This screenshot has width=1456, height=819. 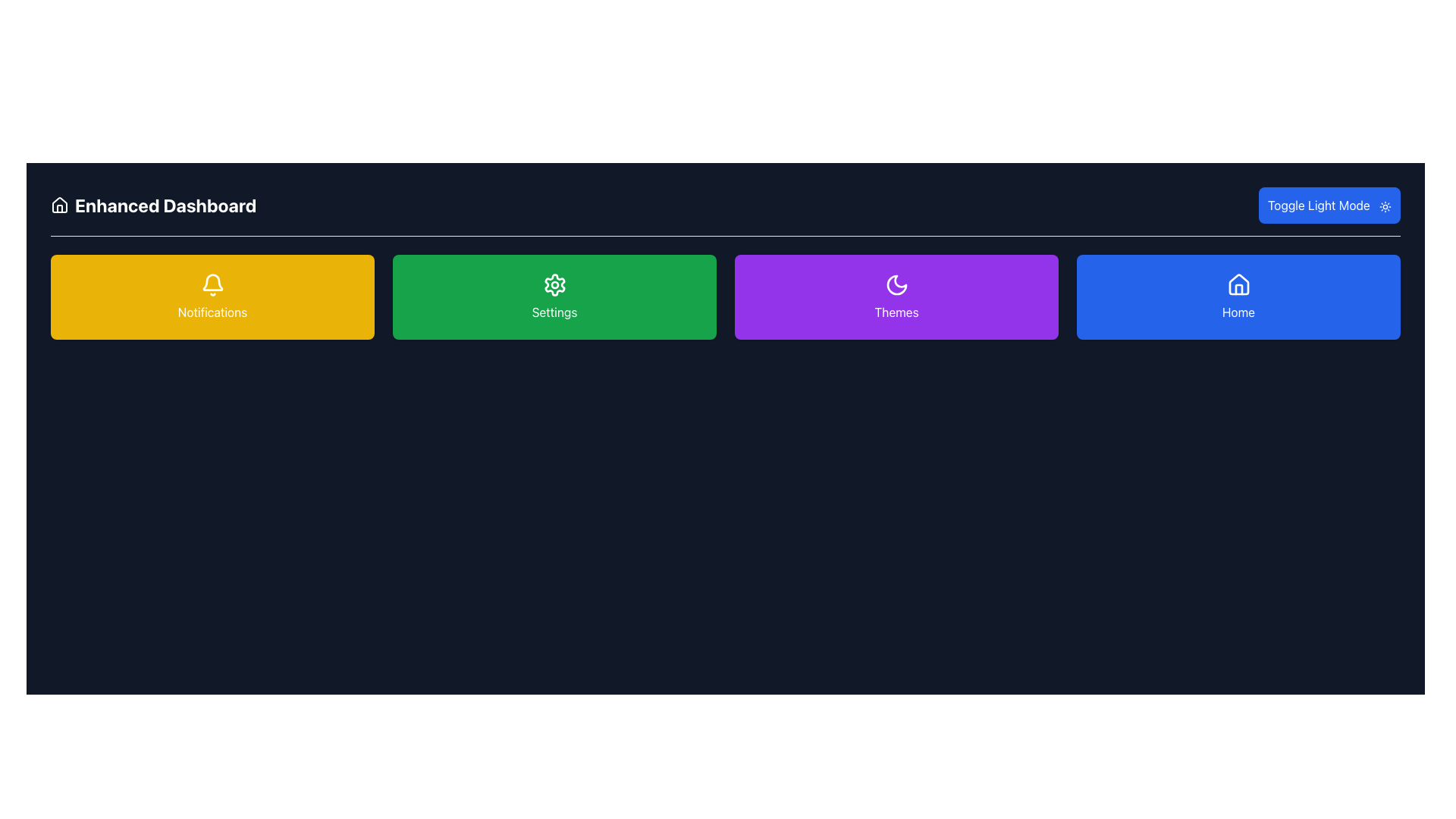 What do you see at coordinates (896, 284) in the screenshot?
I see `the themes icon located at the top-center of the purple button labeled 'Themes', which is the third button in a row of buttons` at bounding box center [896, 284].